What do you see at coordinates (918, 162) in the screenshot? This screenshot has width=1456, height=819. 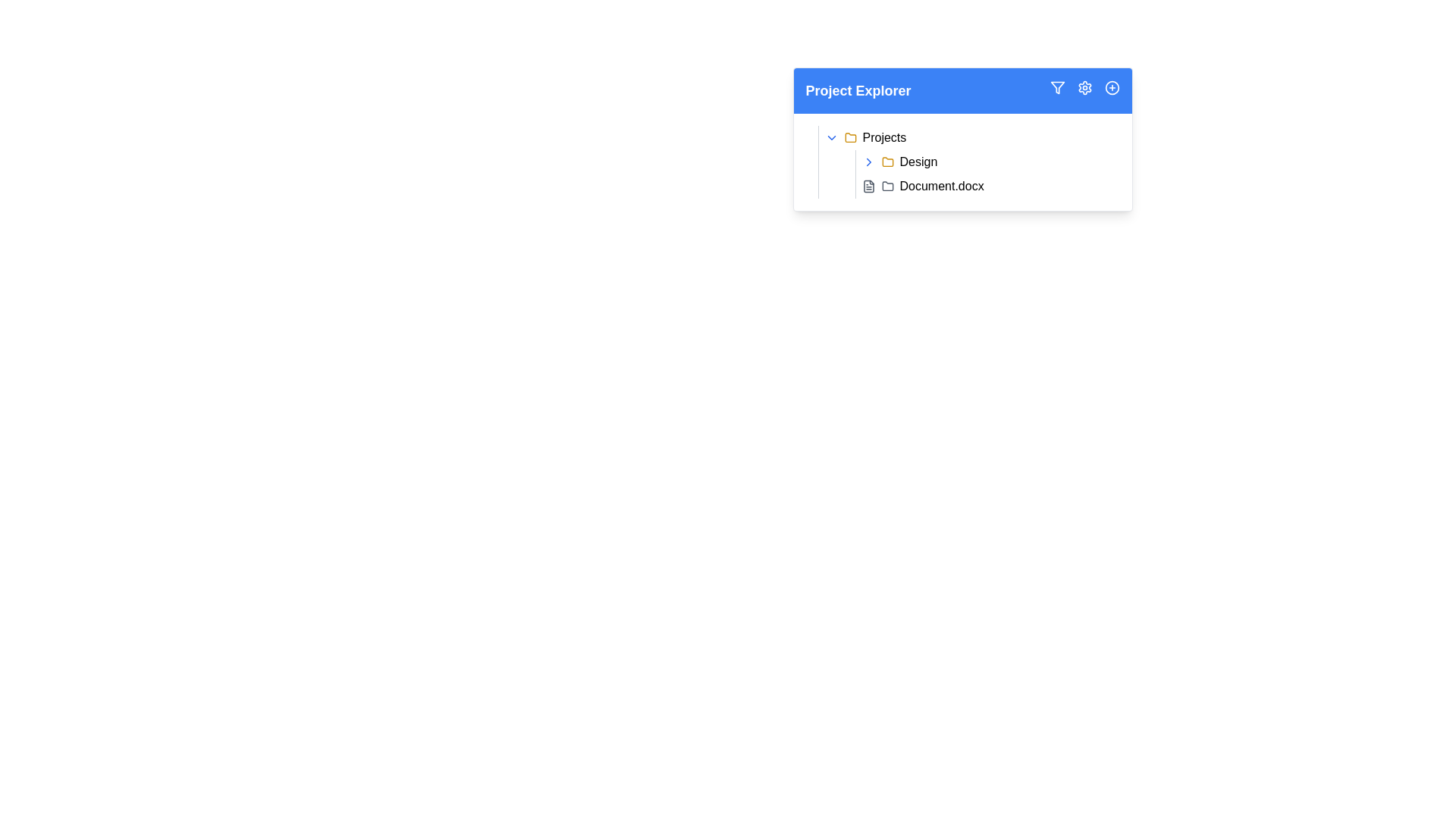 I see `the 'Design' folder label in the 'Project Explorer' panel` at bounding box center [918, 162].